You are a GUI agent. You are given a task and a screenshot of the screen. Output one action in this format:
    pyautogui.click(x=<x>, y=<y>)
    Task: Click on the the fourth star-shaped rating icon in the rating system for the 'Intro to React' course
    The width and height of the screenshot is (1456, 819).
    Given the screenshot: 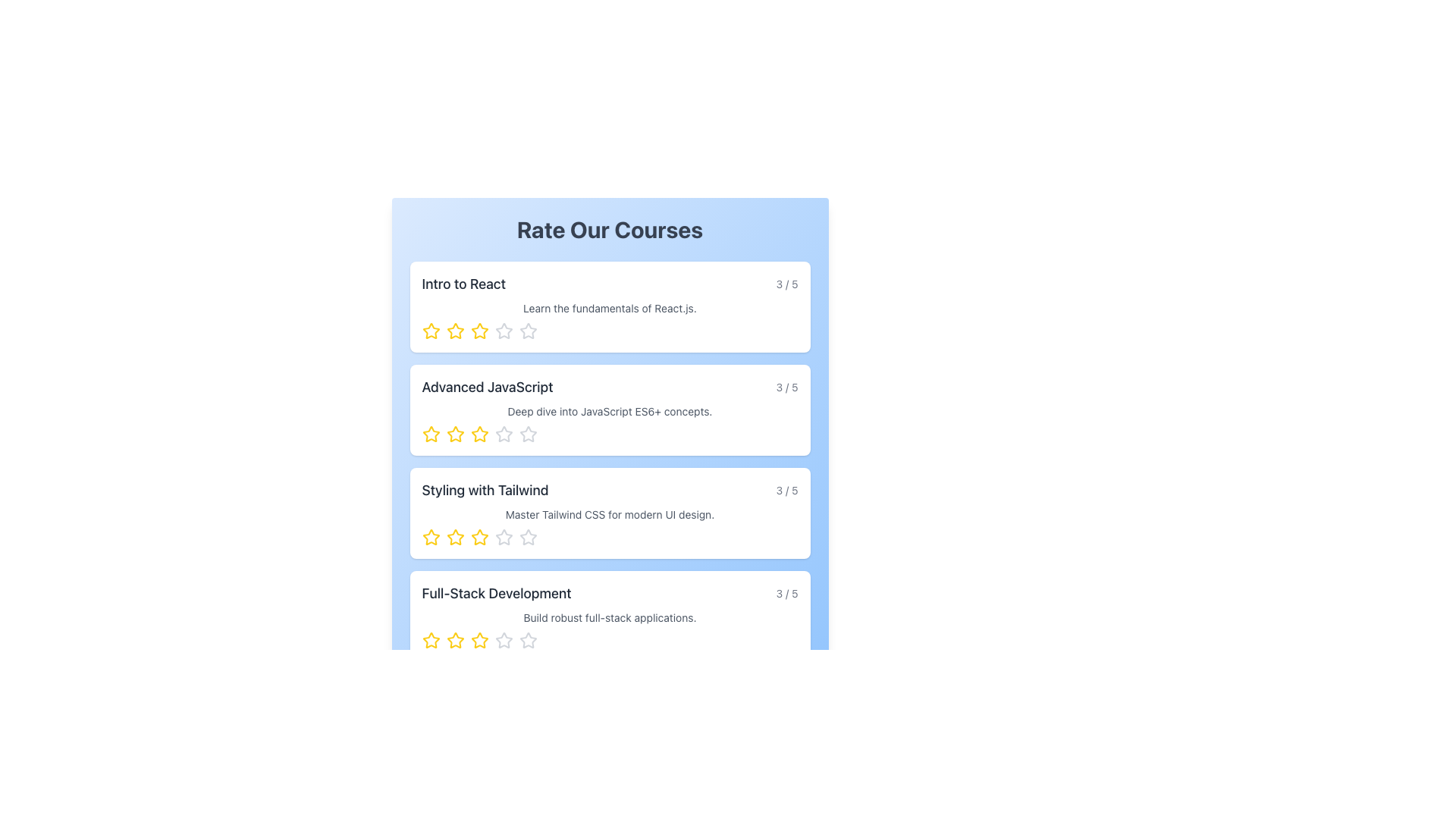 What is the action you would take?
    pyautogui.click(x=504, y=330)
    